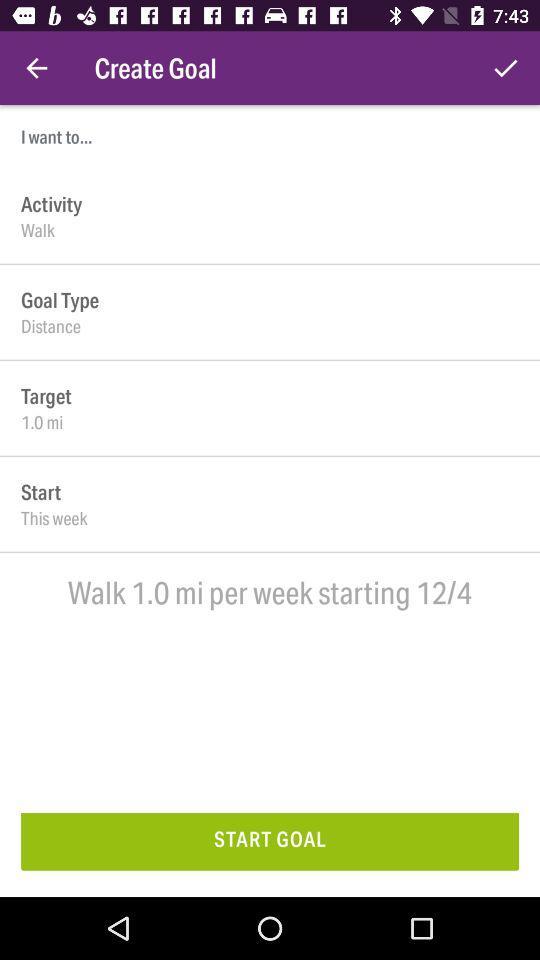 Image resolution: width=540 pixels, height=960 pixels. I want to click on start goal, so click(270, 840).